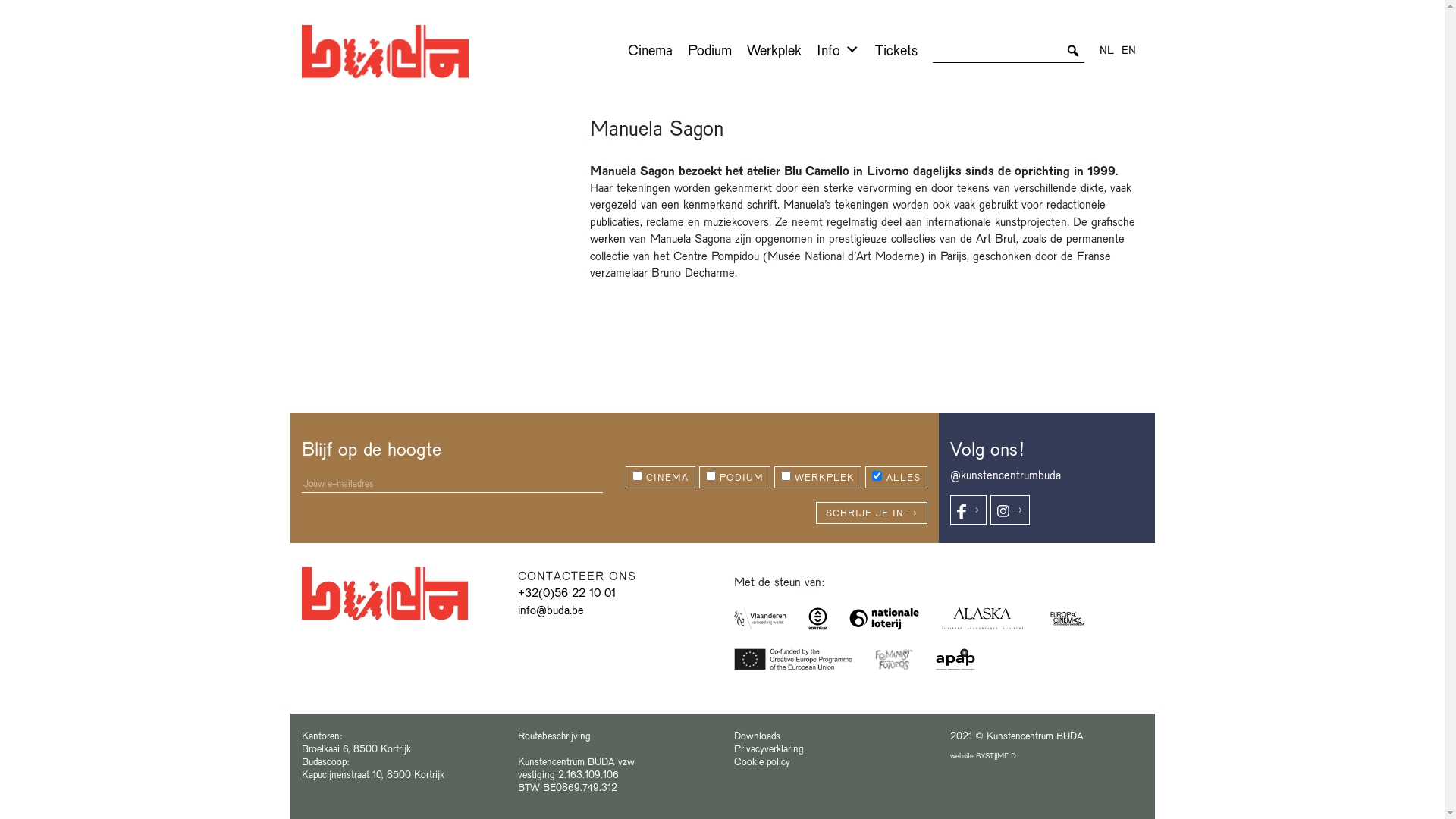  I want to click on 'info@buda.be', so click(549, 608).